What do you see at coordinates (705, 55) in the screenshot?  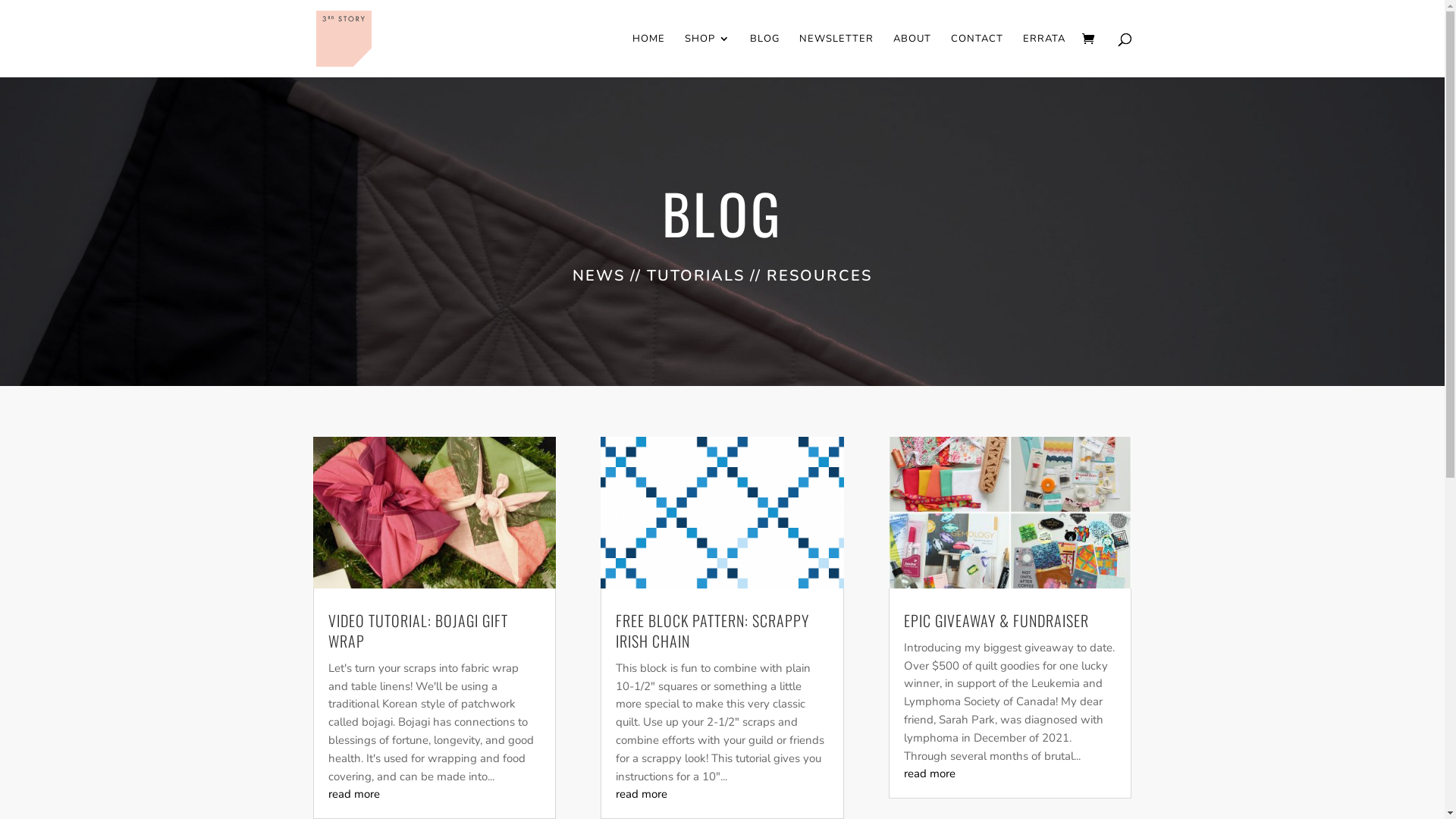 I see `'SHOP'` at bounding box center [705, 55].